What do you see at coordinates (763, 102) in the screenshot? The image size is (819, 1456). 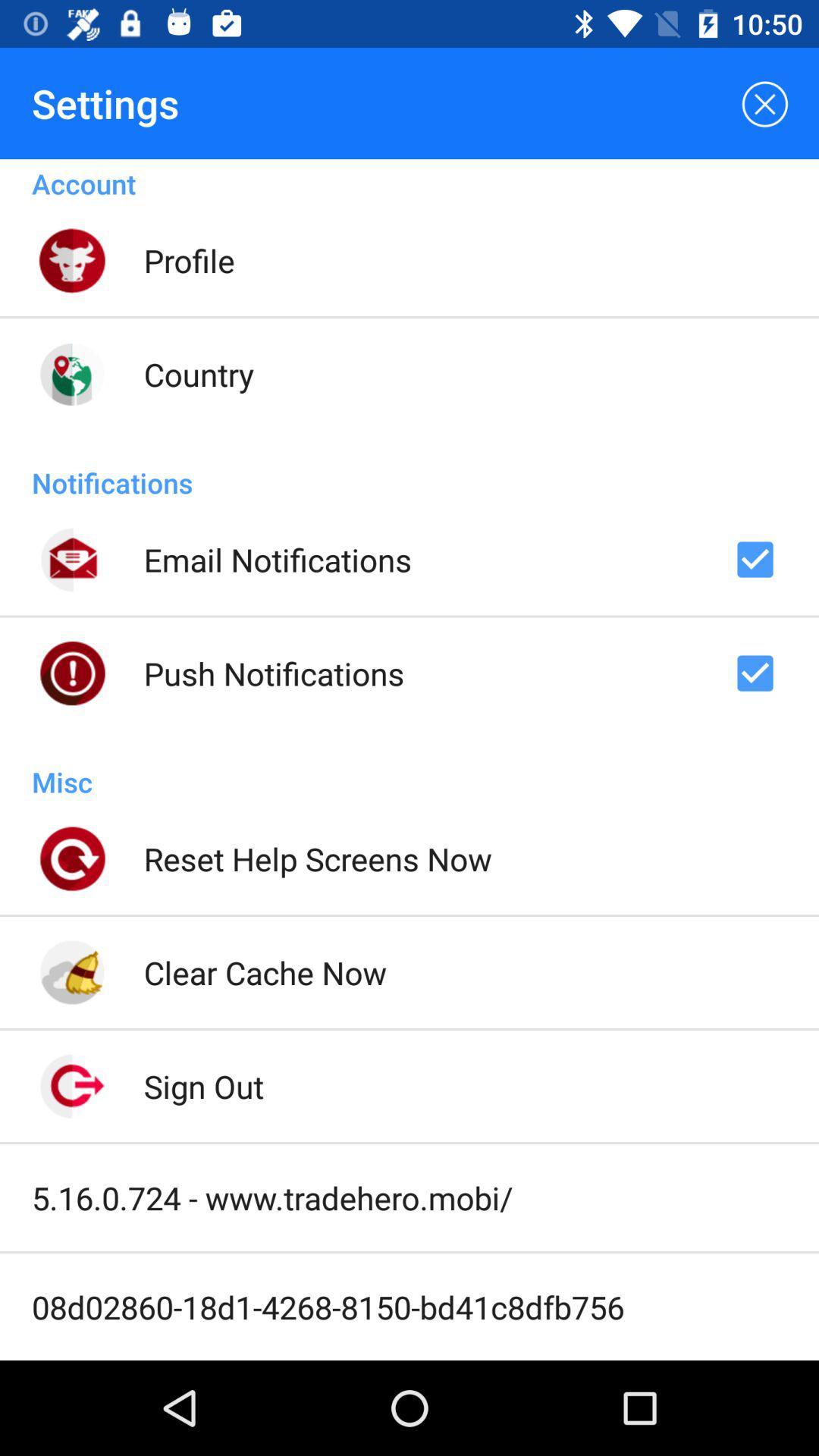 I see `icon to the right of the settings` at bounding box center [763, 102].